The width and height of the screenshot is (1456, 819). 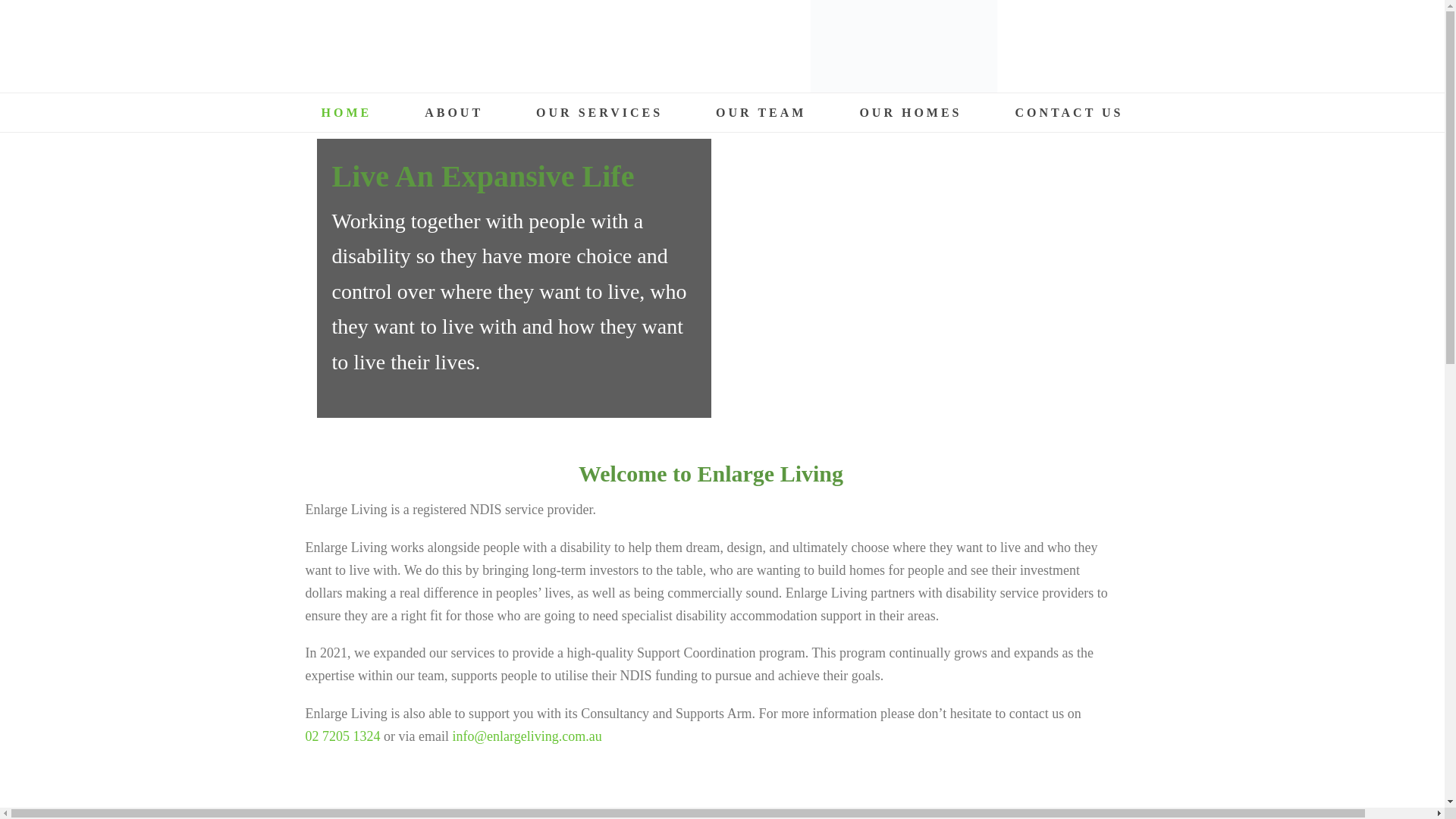 I want to click on 'OUR TEAM', so click(x=761, y=111).